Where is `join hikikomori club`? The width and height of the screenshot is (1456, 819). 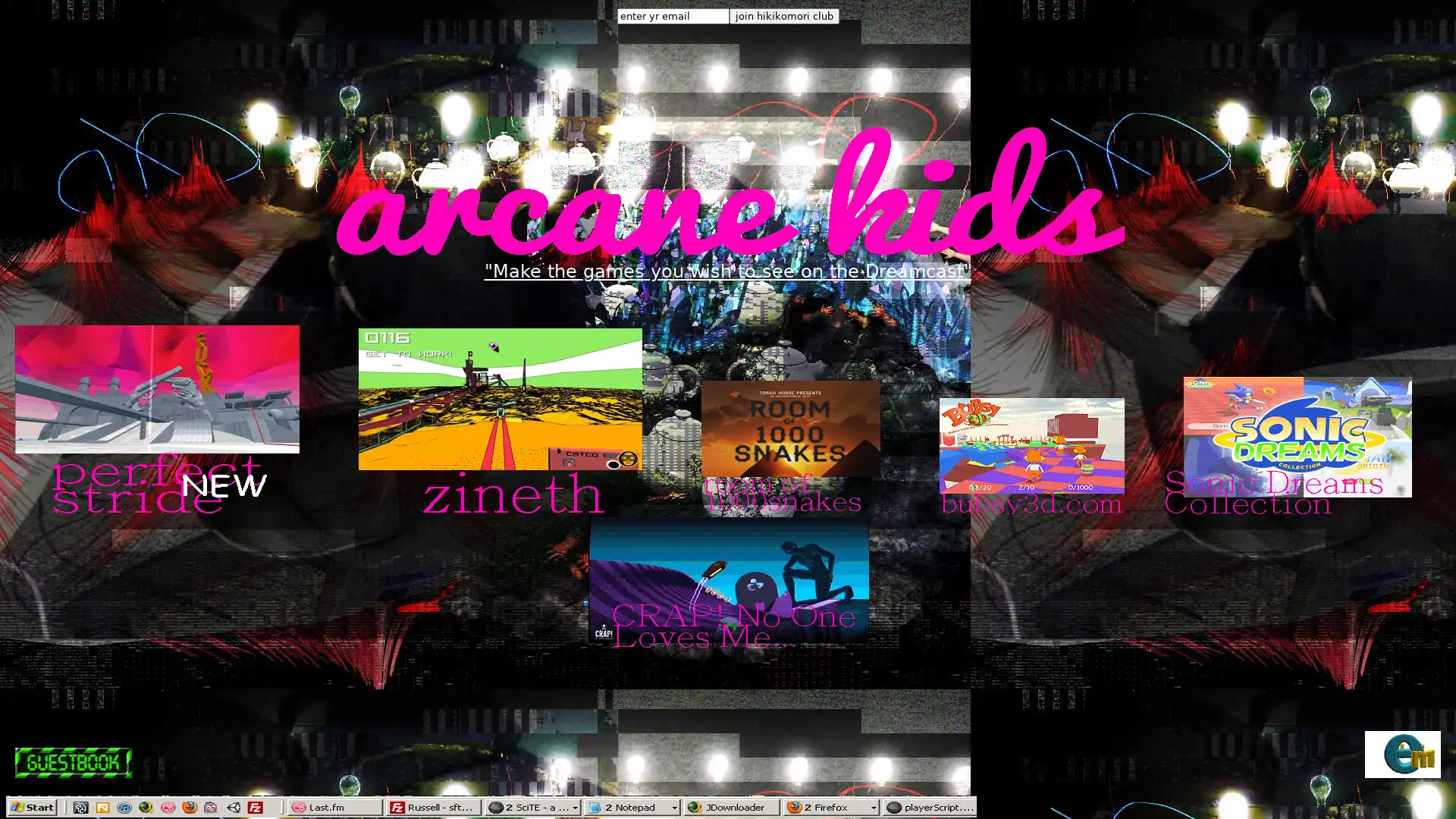
join hikikomori club is located at coordinates (783, 16).